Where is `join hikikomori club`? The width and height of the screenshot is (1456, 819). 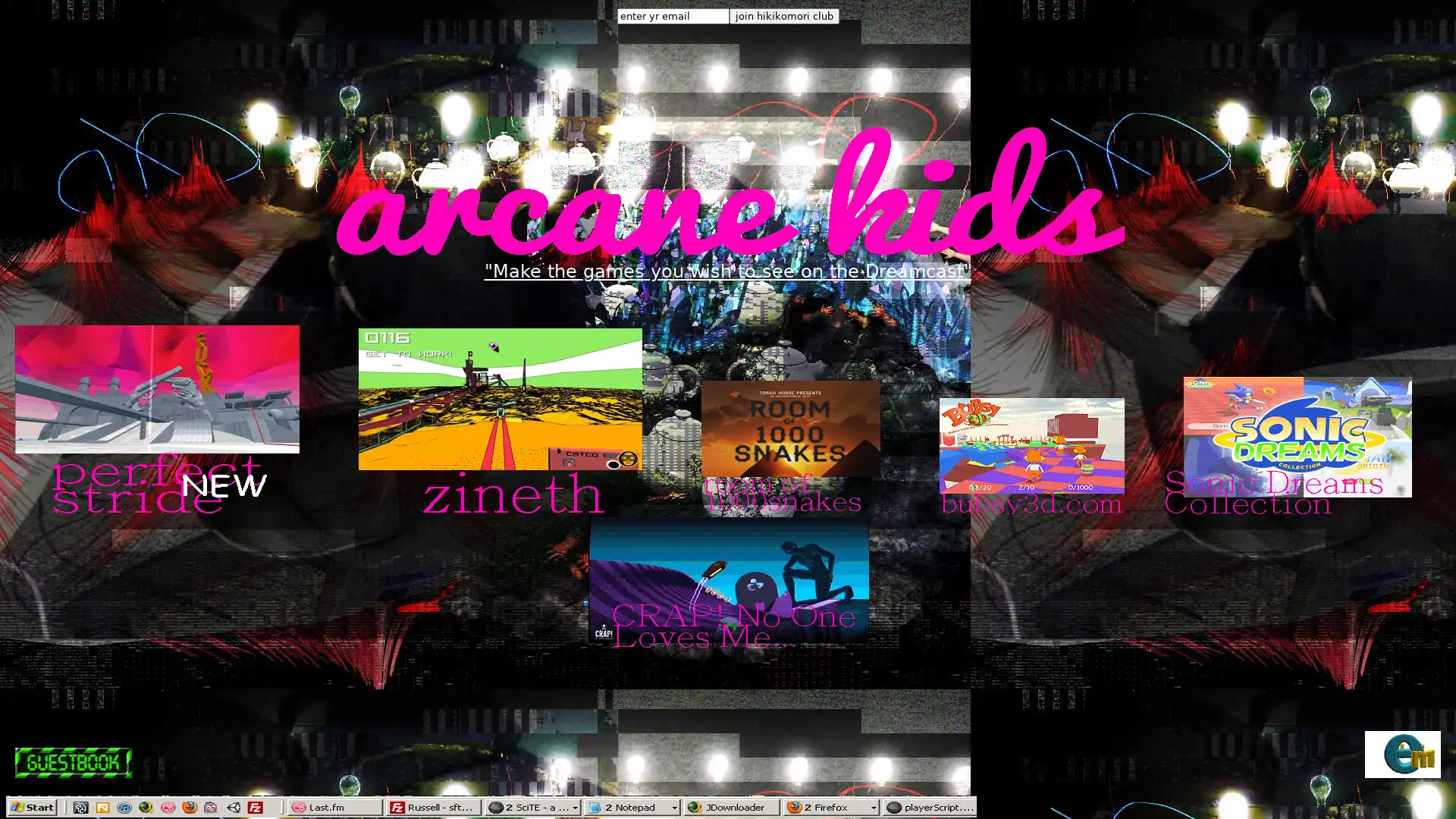
join hikikomori club is located at coordinates (783, 16).